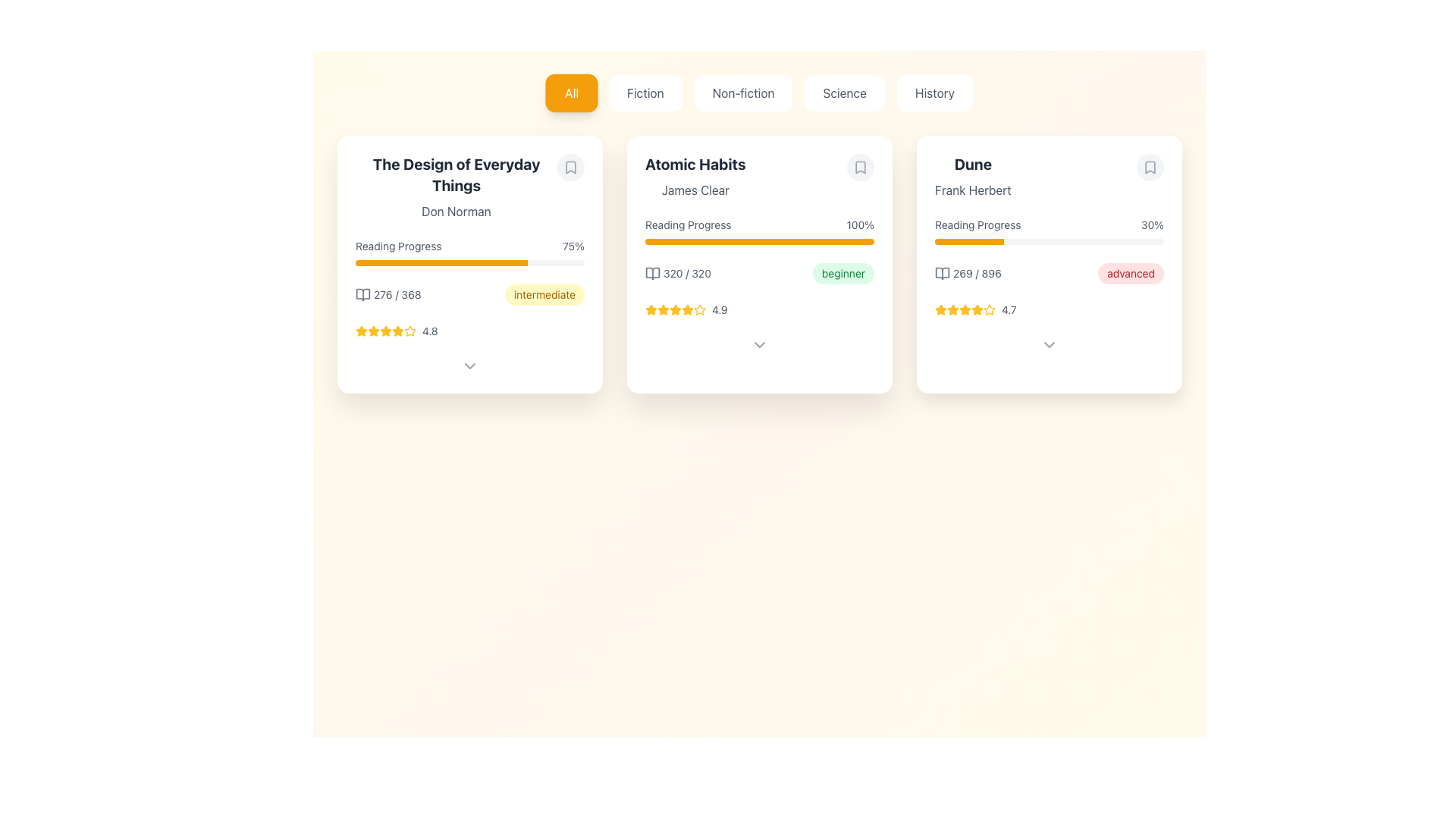 The height and width of the screenshot is (819, 1456). Describe the element at coordinates (760, 231) in the screenshot. I see `the reading progress element for the book 'Atomic Habits', which visually represents 100% completion and is located between the author name 'James Clear' and the reading details '320 / 320'` at that location.